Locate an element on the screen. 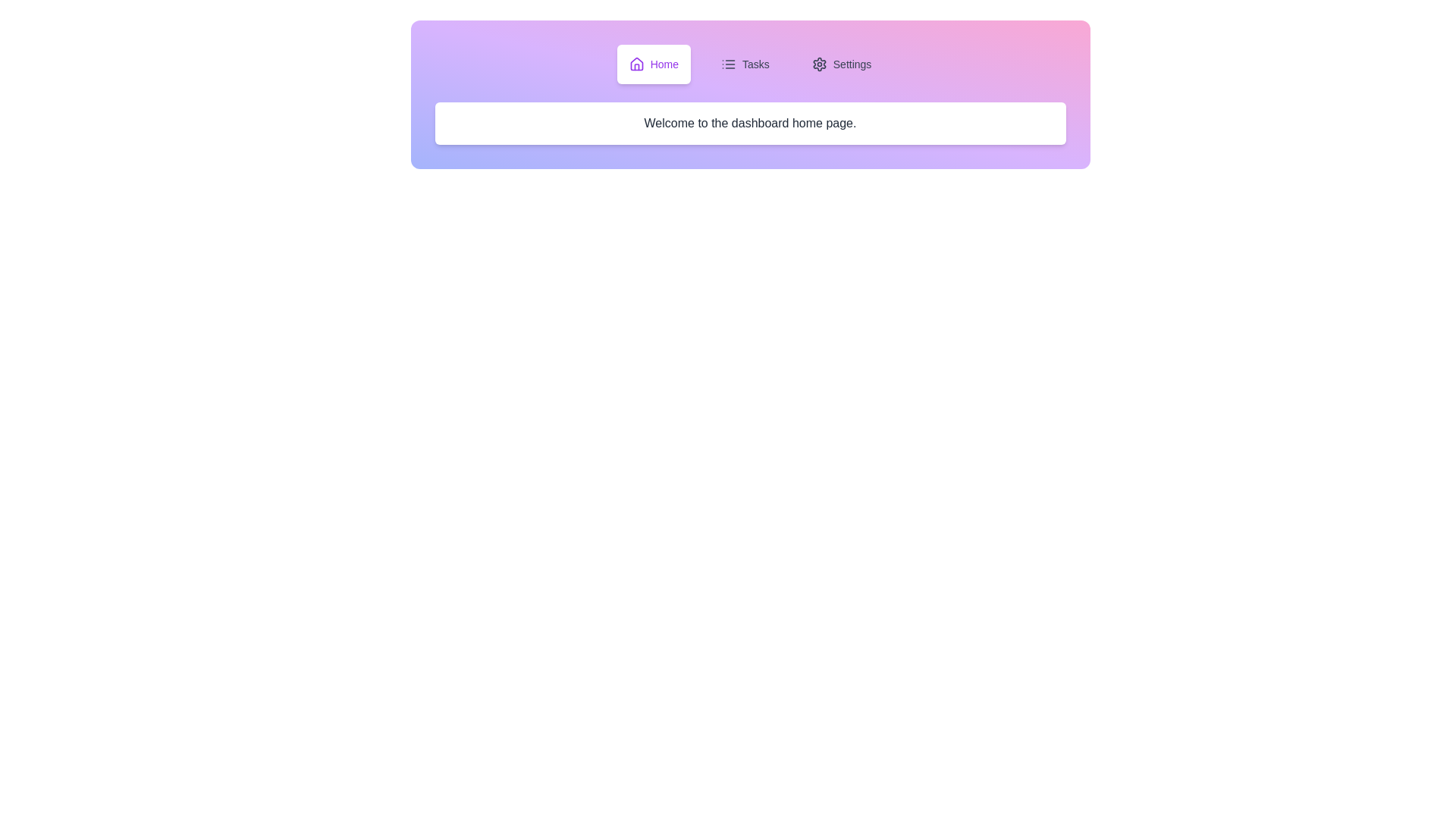 This screenshot has height=819, width=1456. the Tasks tab in the DashboardTabs component is located at coordinates (745, 63).